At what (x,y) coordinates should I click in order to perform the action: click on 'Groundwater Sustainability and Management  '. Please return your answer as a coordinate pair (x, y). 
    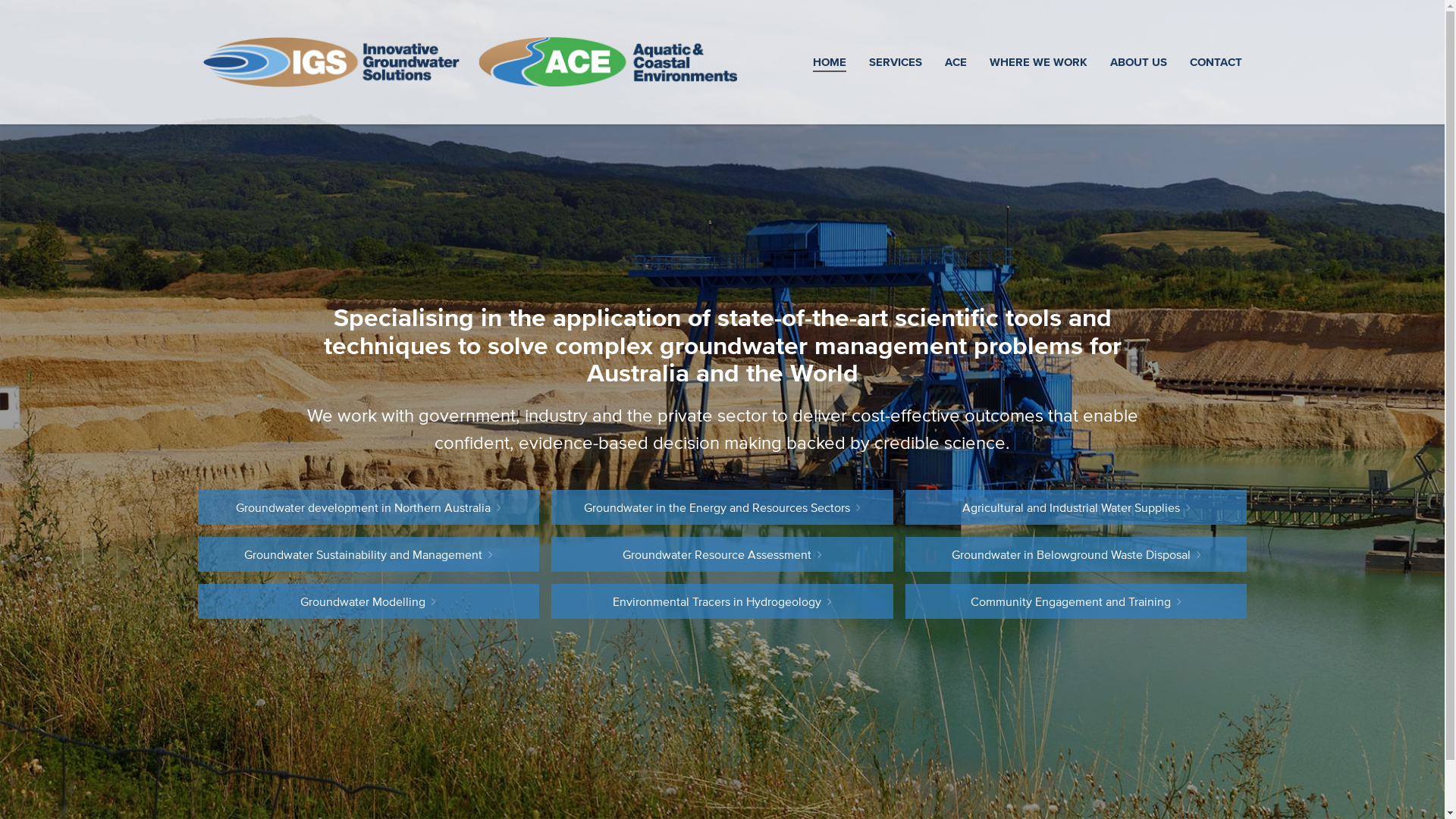
    Looking at the image, I should click on (368, 554).